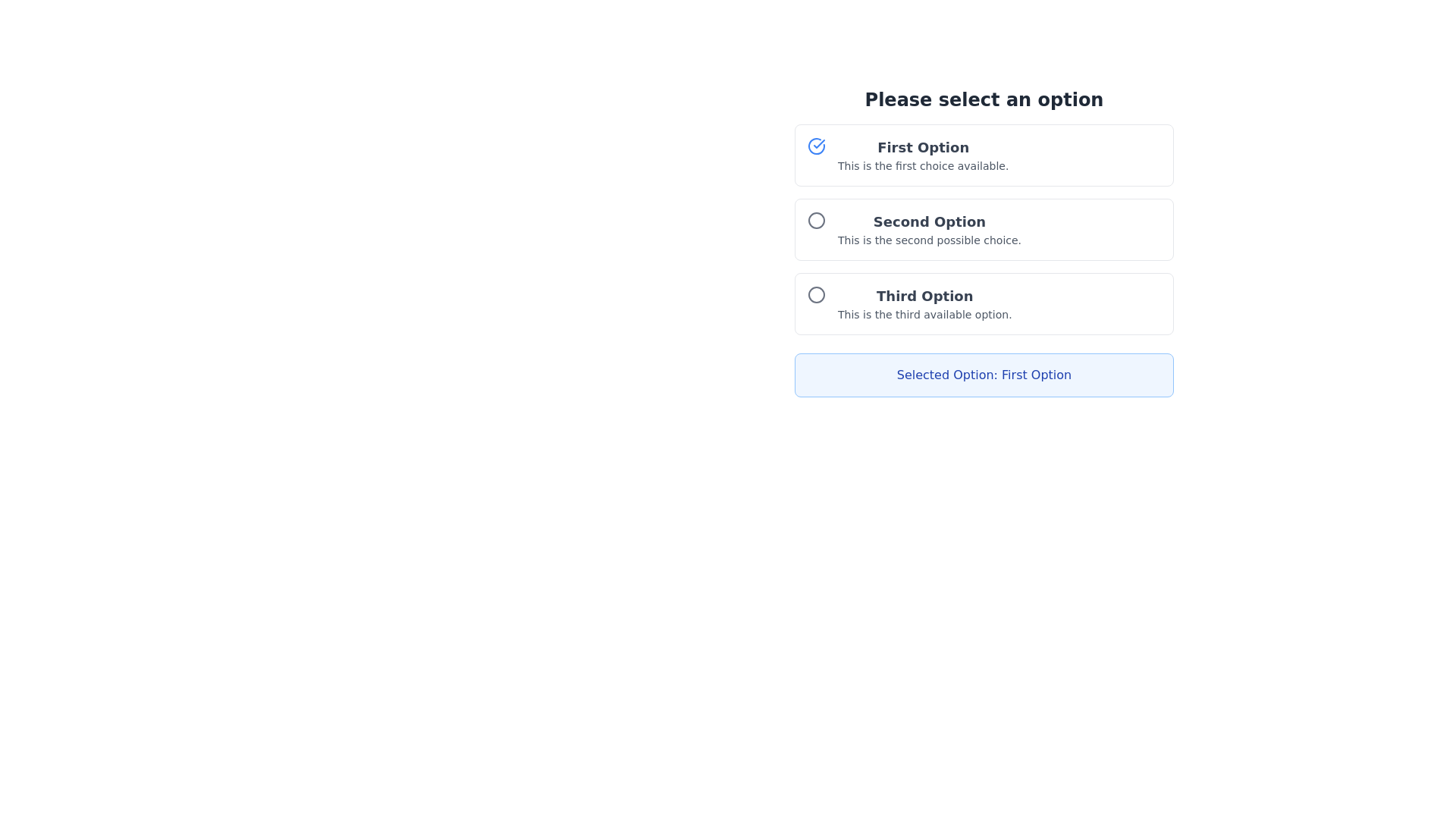  I want to click on the 'Second Option' radio button, which is styled as a selection option with a circular icon and bold text, so click(984, 230).